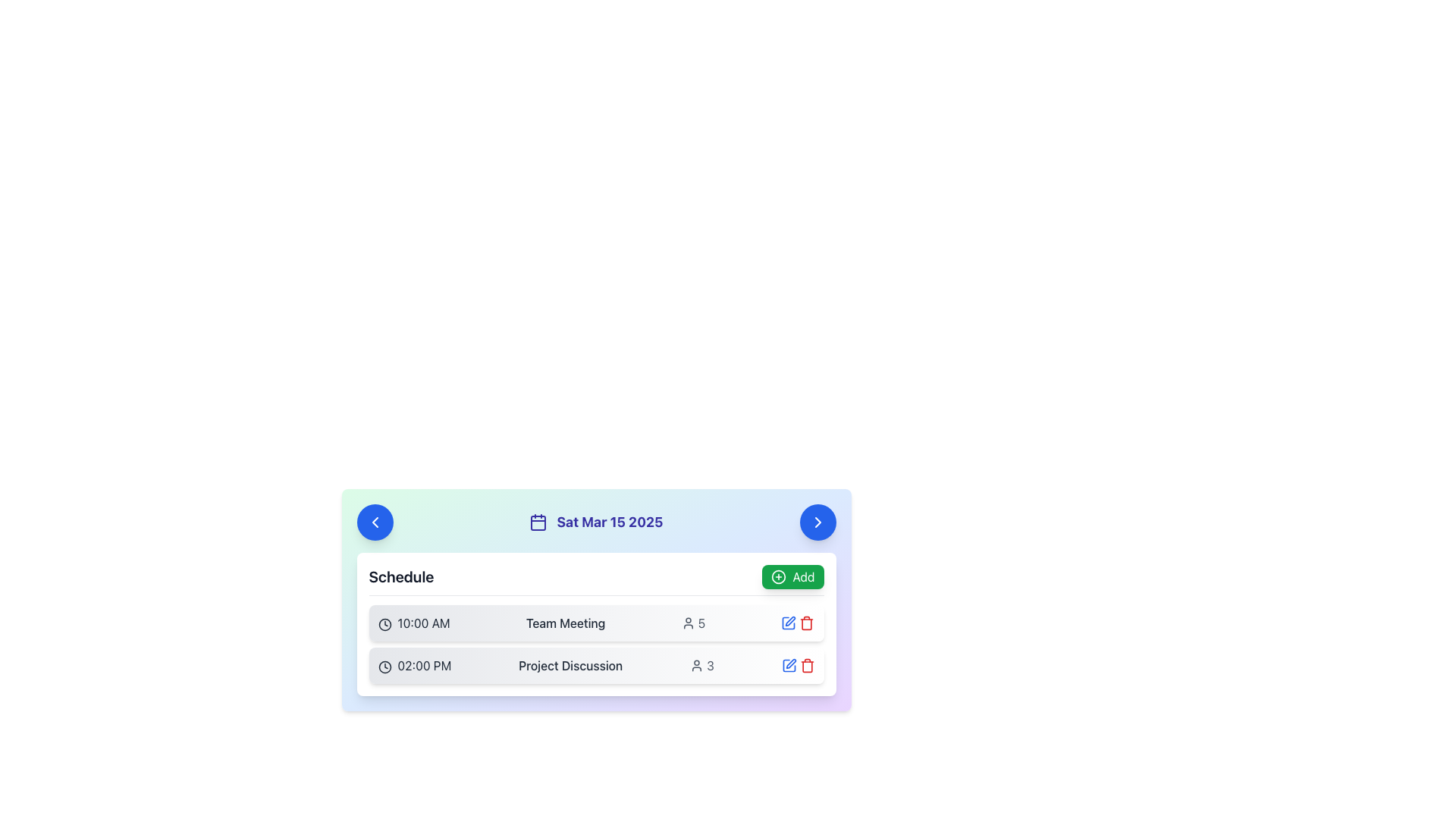 The height and width of the screenshot is (819, 1456). Describe the element at coordinates (696, 665) in the screenshot. I see `the user count icon for the 'Project Discussion' event, which is positioned to the left of the numerical text '3'` at that location.